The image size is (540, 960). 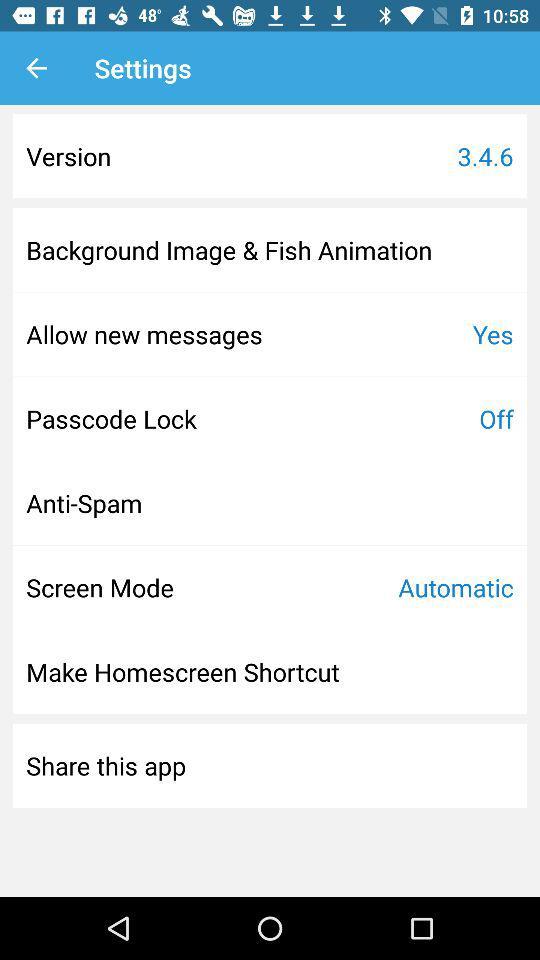 I want to click on the item above the make homescreen shortcut item, so click(x=99, y=587).